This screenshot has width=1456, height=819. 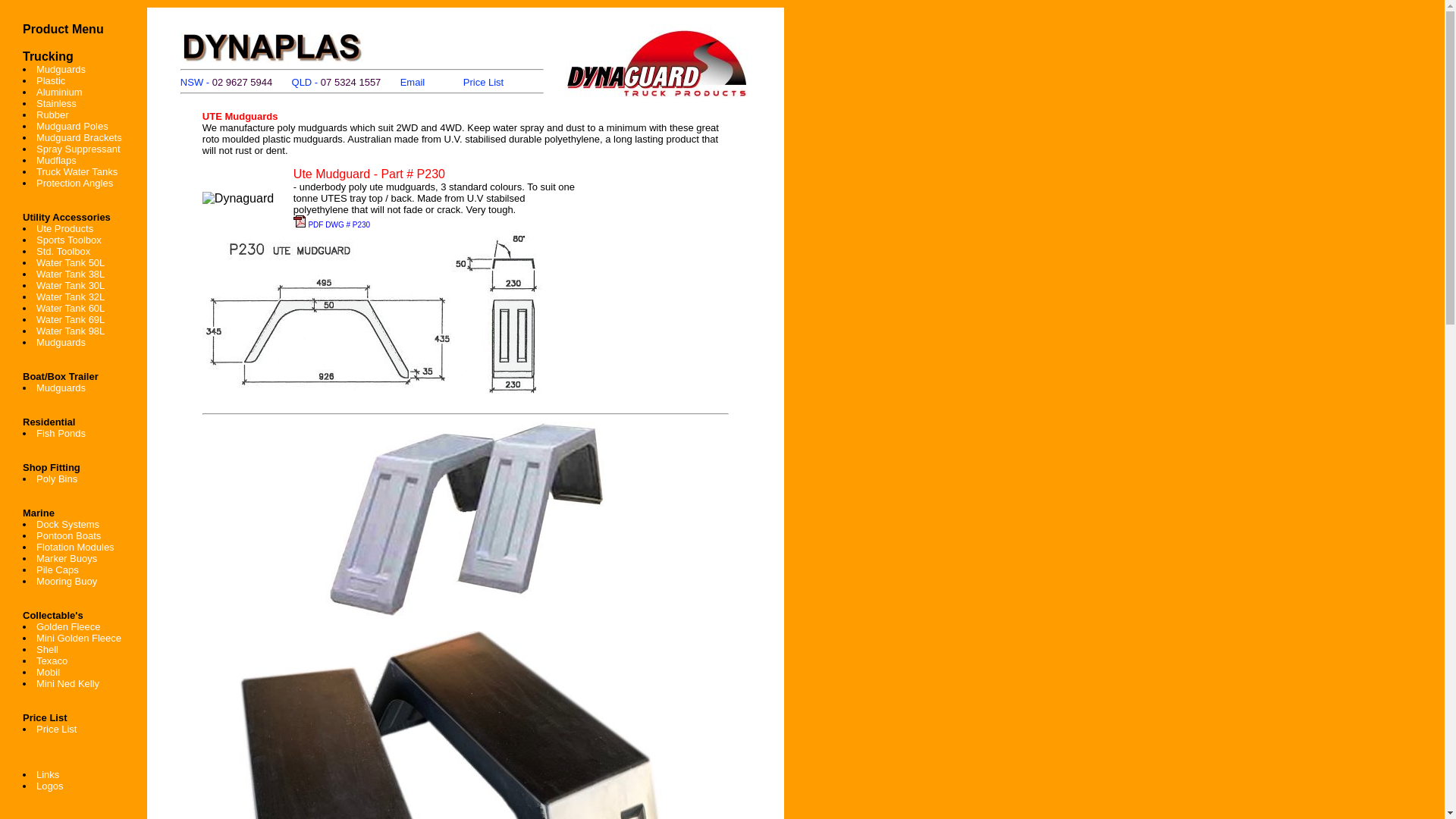 What do you see at coordinates (57, 479) in the screenshot?
I see `'Poly Bins'` at bounding box center [57, 479].